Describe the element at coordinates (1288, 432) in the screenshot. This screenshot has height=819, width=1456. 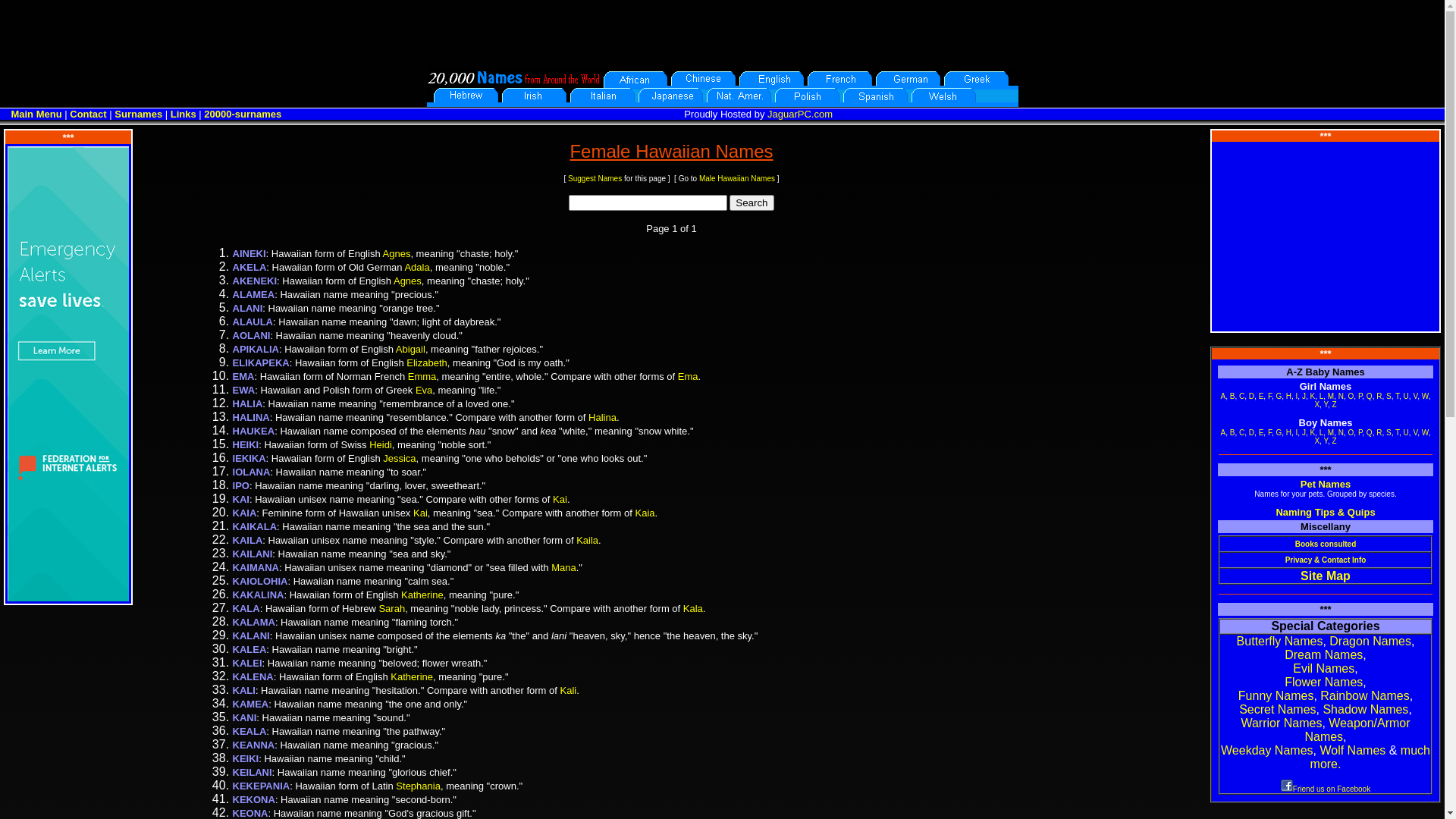
I see `'H'` at that location.